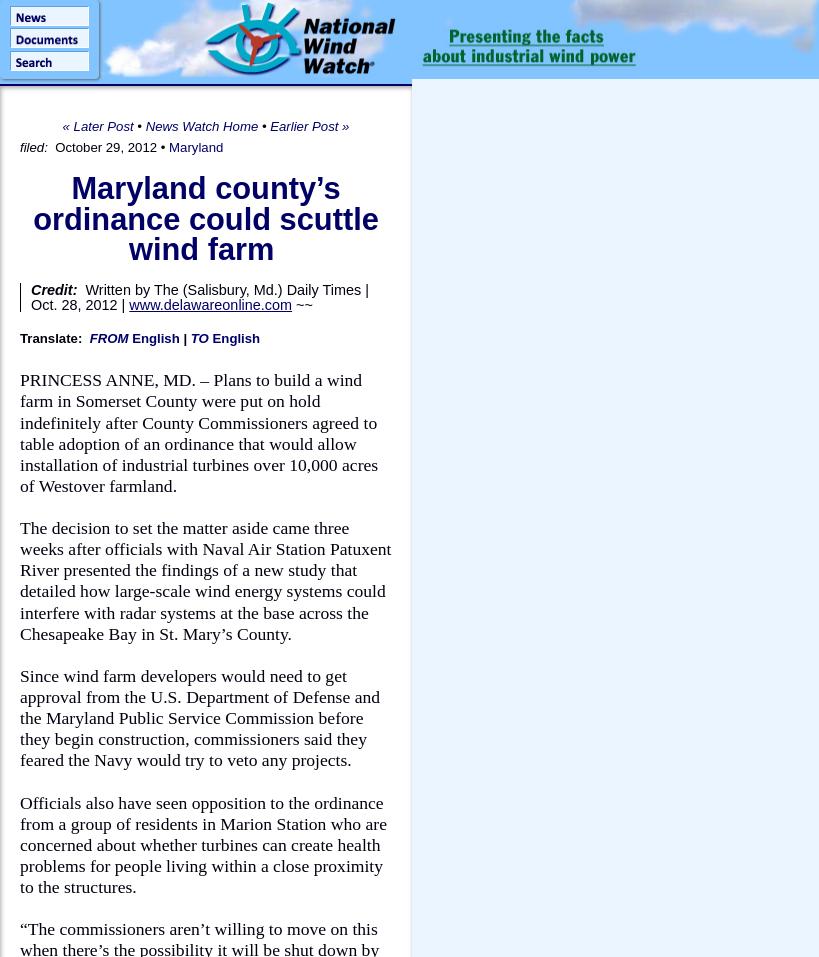 This screenshot has width=819, height=957. What do you see at coordinates (309, 126) in the screenshot?
I see `'Earlier Post »'` at bounding box center [309, 126].